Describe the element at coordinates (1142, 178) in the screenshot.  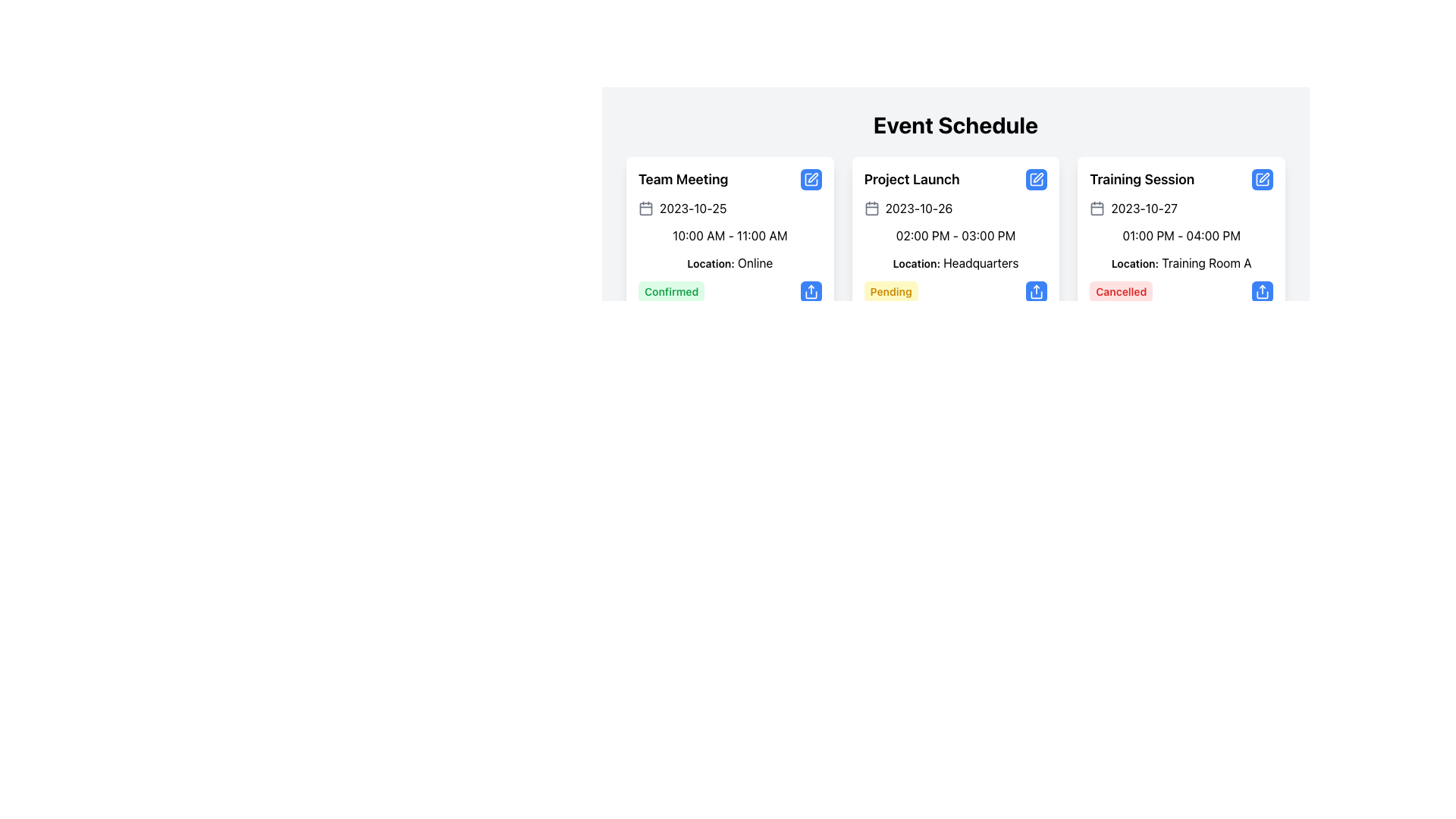
I see `the 'Training Session' title text label, which is prominently displayed in bold and larger font size at the top center of the event card` at that location.